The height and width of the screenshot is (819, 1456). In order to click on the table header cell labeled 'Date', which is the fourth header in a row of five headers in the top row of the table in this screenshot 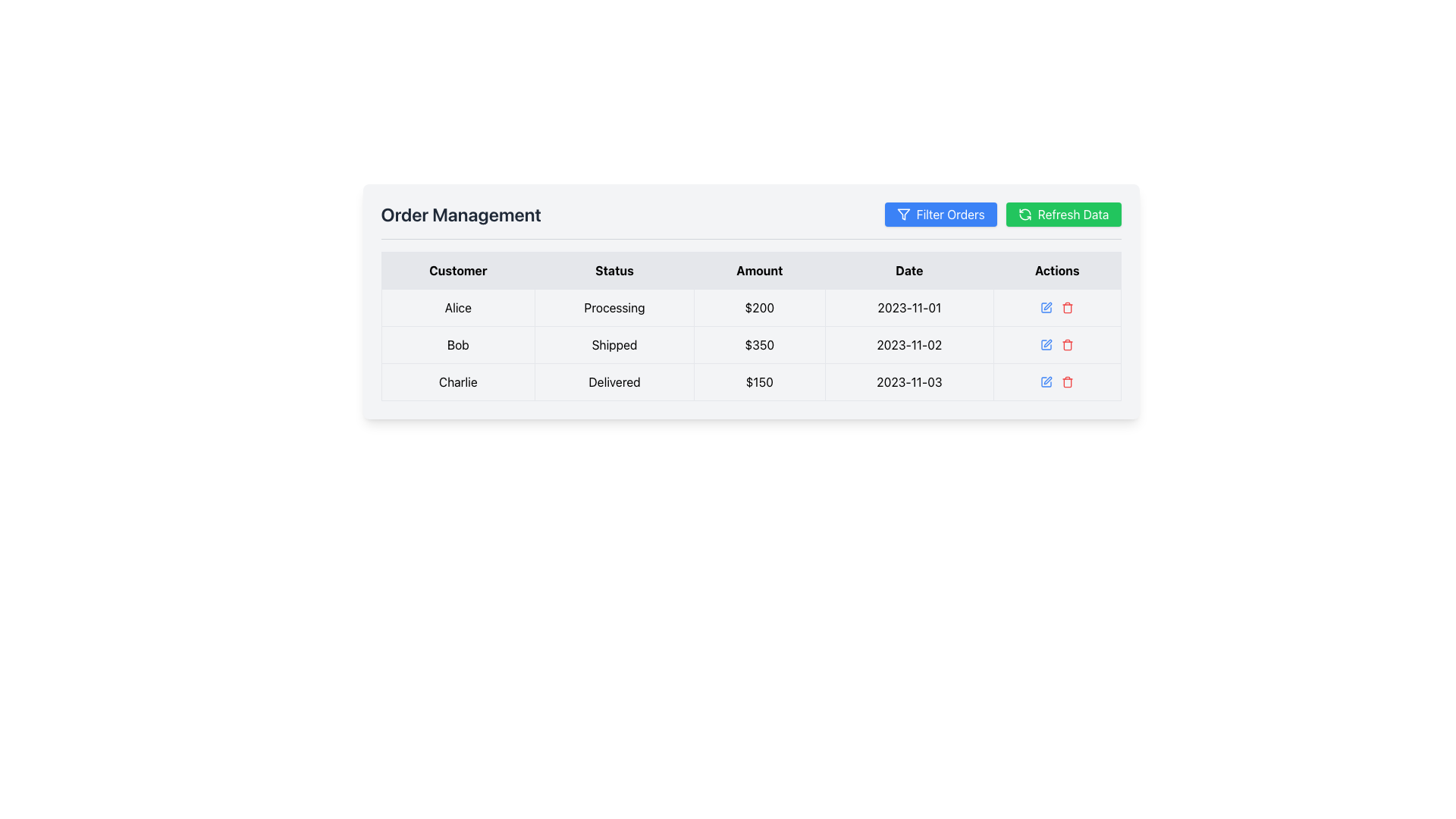, I will do `click(909, 270)`.